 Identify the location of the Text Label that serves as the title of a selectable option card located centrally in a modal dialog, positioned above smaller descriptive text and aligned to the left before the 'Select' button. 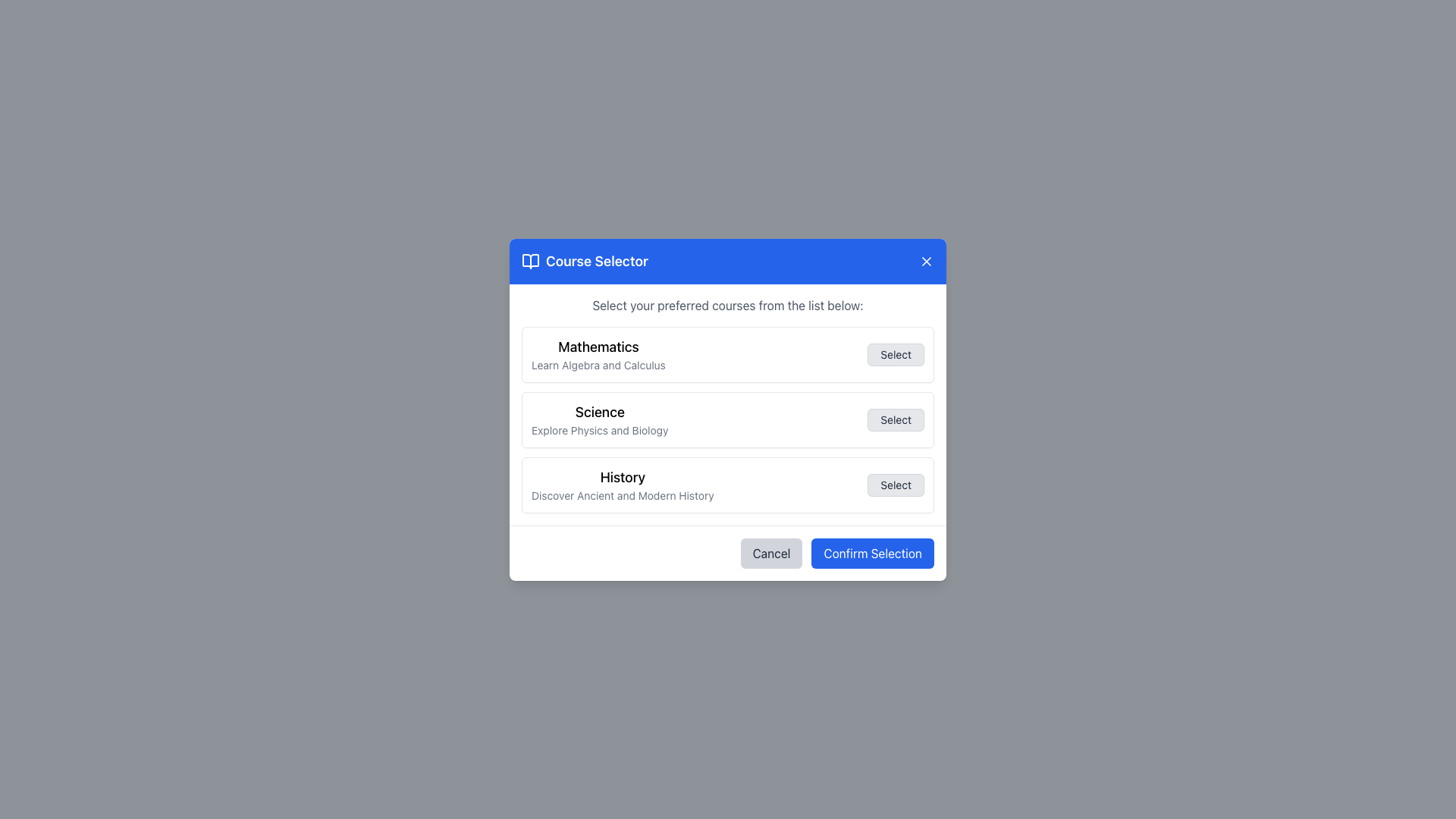
(623, 476).